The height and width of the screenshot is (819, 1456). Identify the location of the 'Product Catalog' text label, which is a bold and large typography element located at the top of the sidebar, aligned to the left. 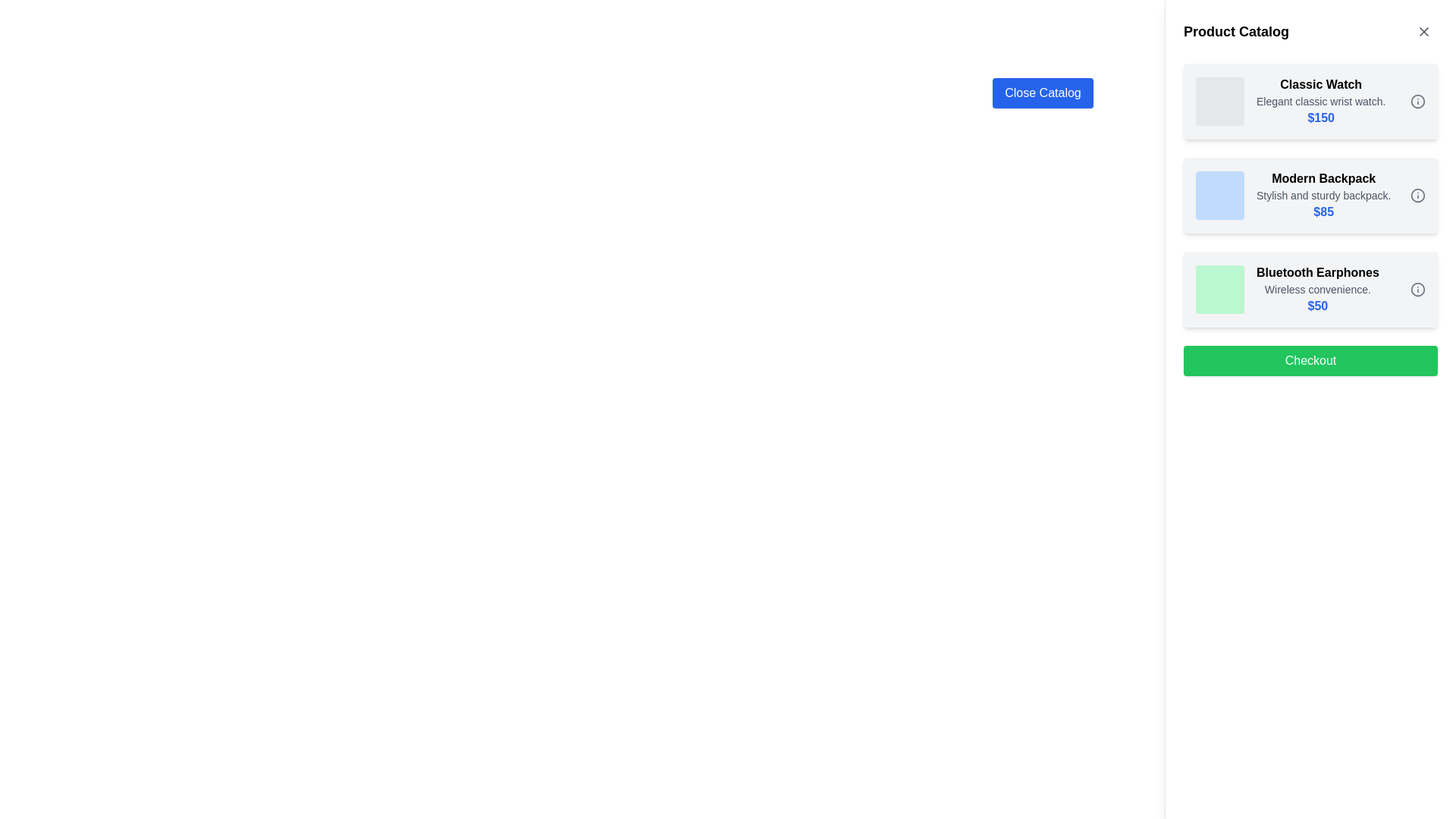
(1236, 32).